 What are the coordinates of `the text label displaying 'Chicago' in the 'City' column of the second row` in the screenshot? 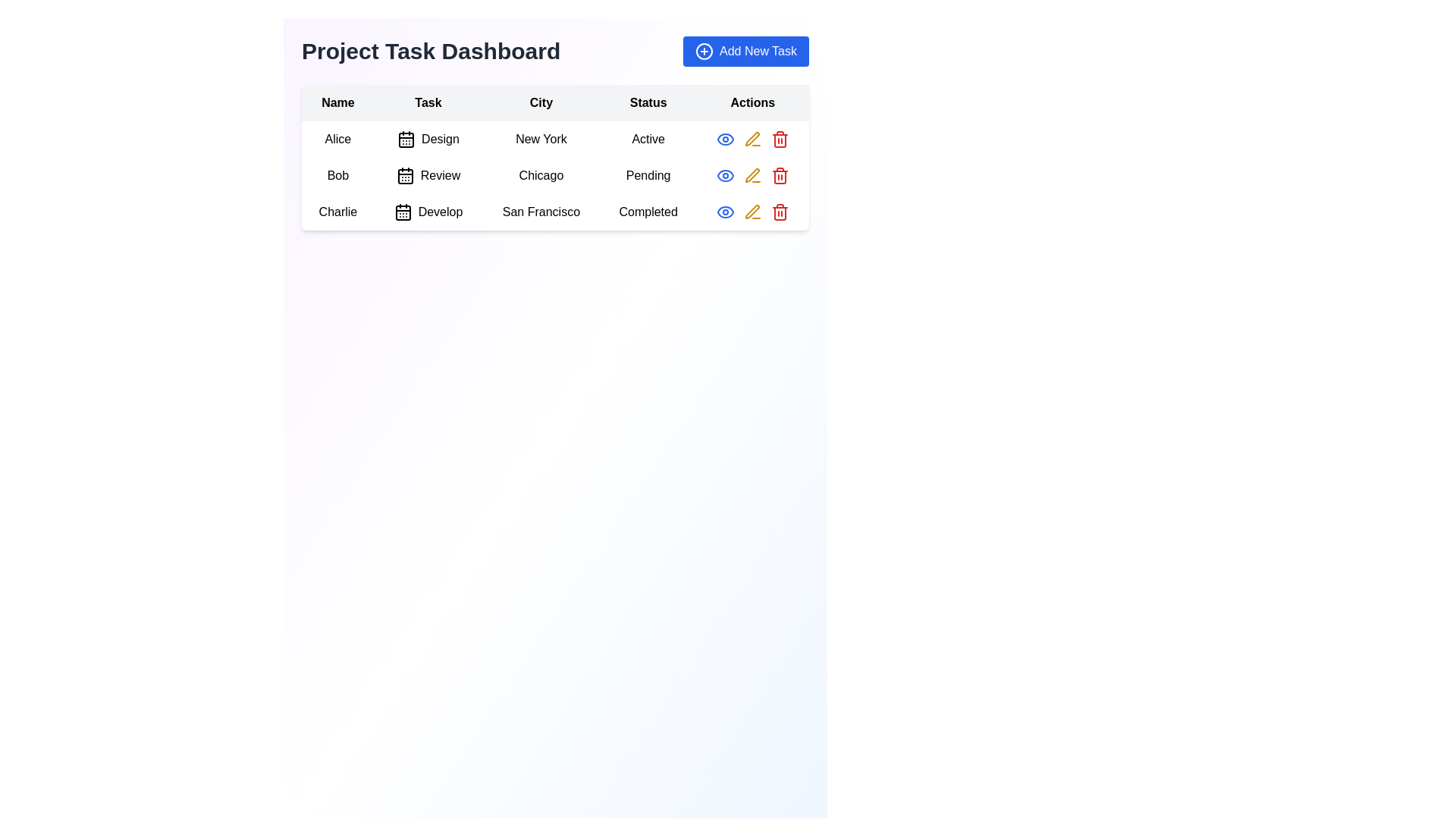 It's located at (541, 174).